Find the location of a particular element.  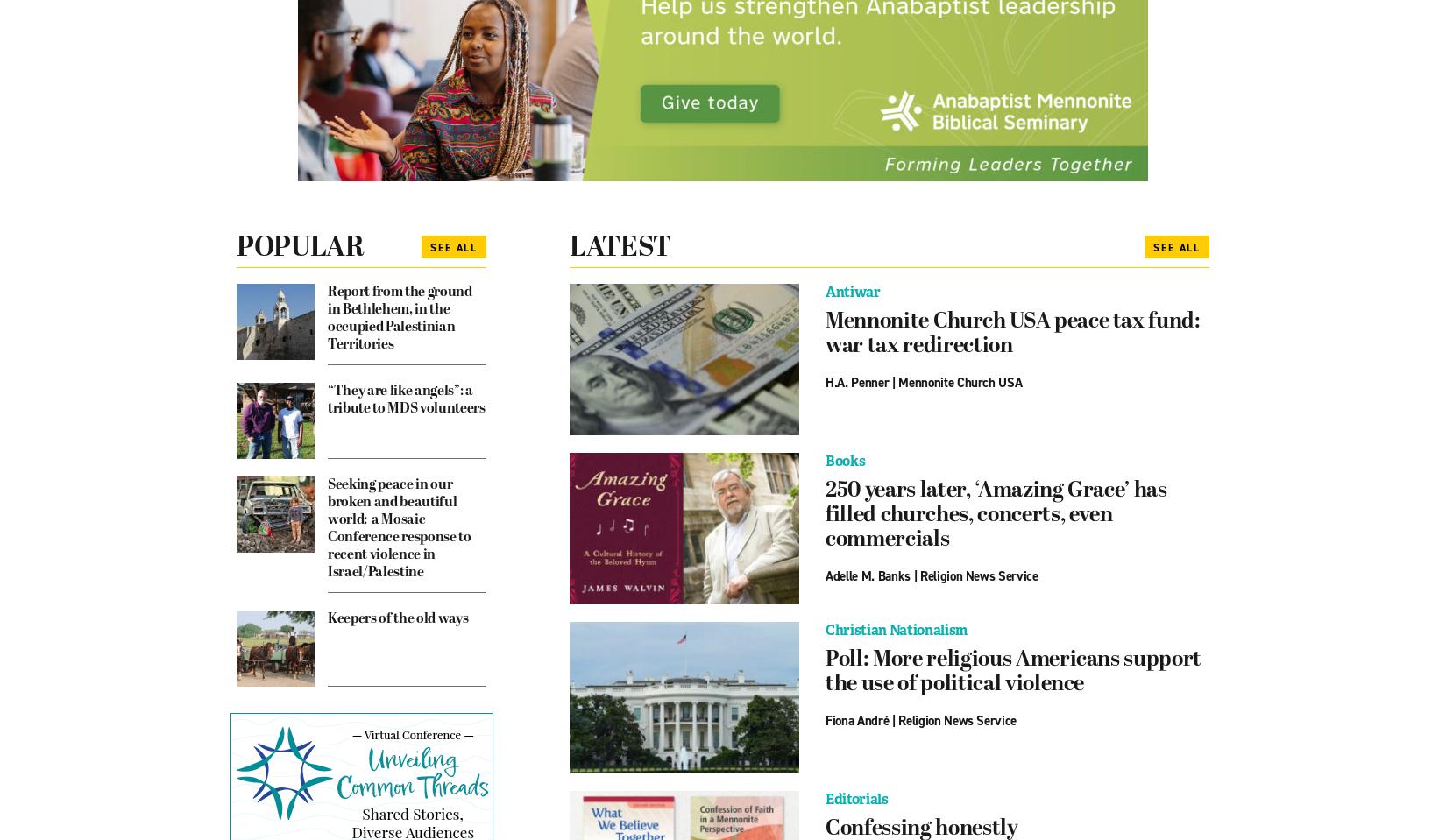

'Books' is located at coordinates (845, 460).